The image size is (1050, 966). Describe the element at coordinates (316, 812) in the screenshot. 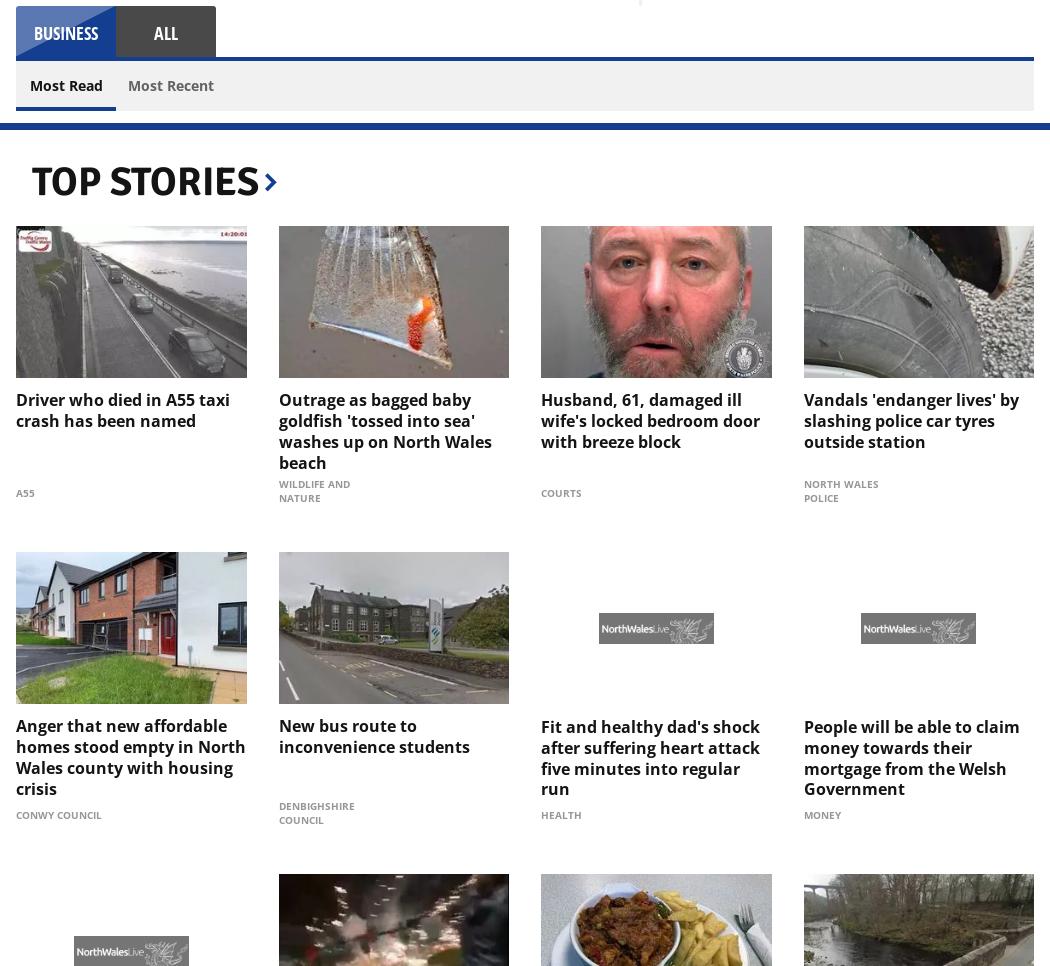

I see `'Denbighshire council'` at that location.